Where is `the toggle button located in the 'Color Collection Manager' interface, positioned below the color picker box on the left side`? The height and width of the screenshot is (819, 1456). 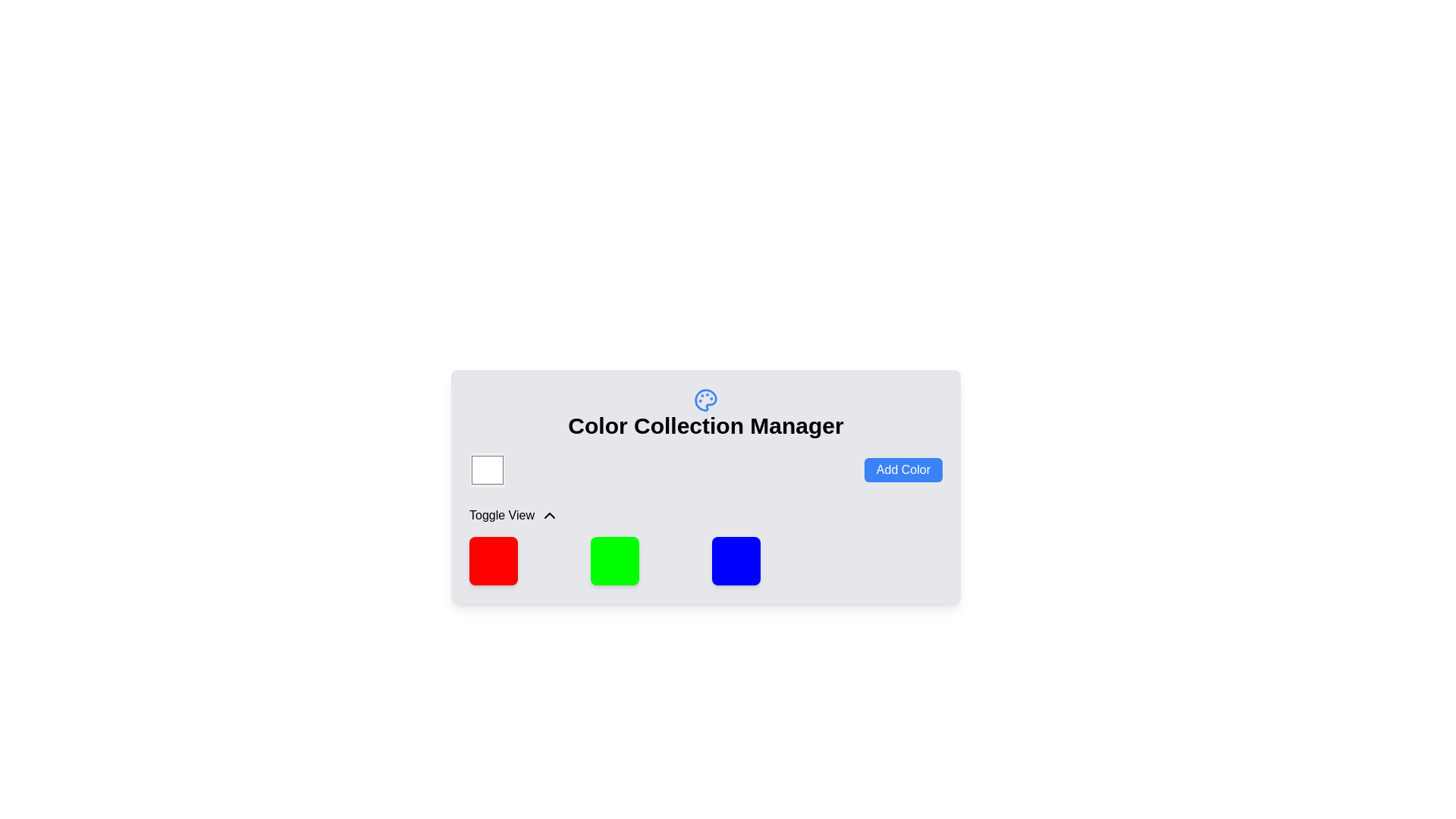
the toggle button located in the 'Color Collection Manager' interface, positioned below the color picker box on the left side is located at coordinates (513, 514).